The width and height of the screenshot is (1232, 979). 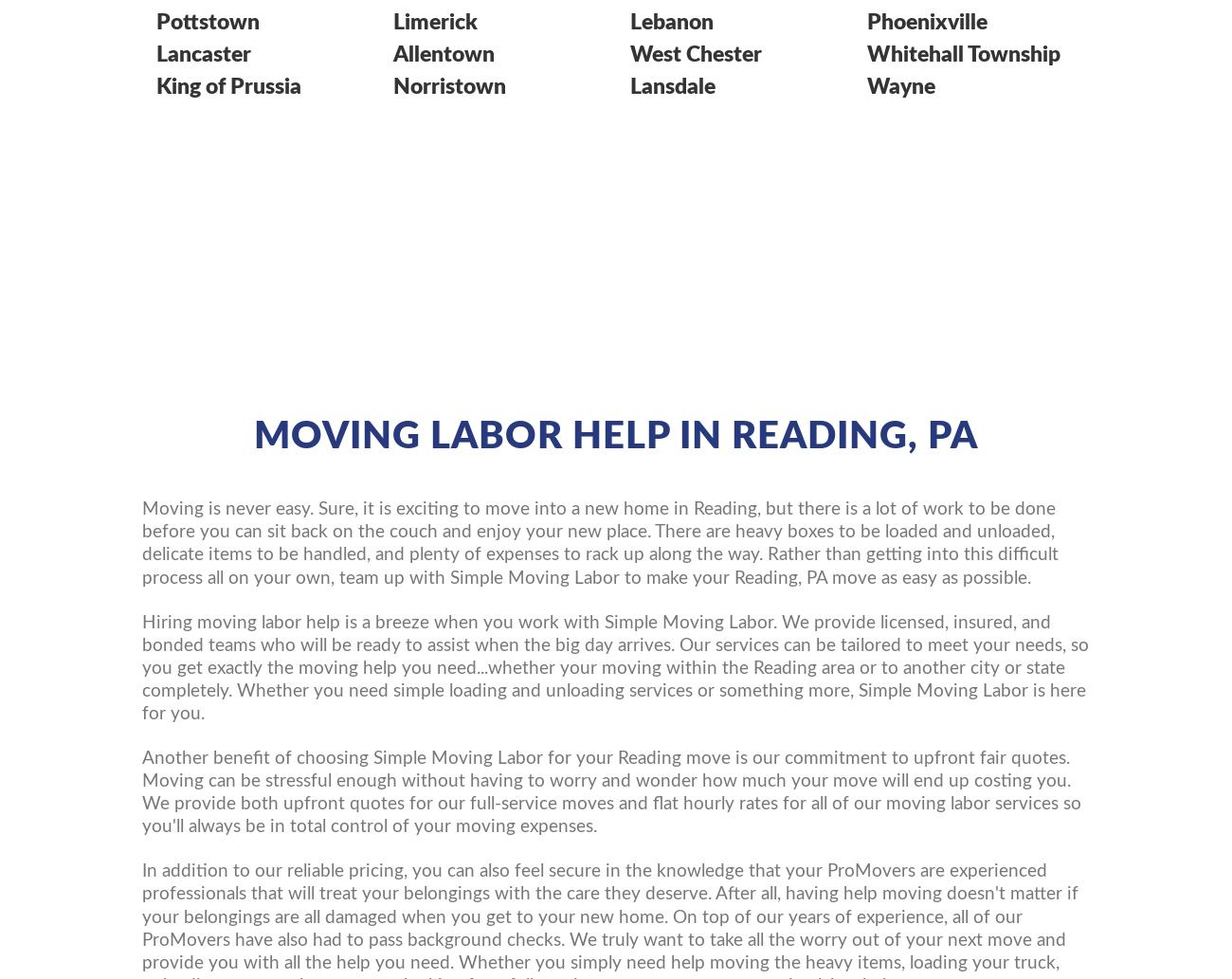 I want to click on 'Pottstown', so click(x=207, y=22).